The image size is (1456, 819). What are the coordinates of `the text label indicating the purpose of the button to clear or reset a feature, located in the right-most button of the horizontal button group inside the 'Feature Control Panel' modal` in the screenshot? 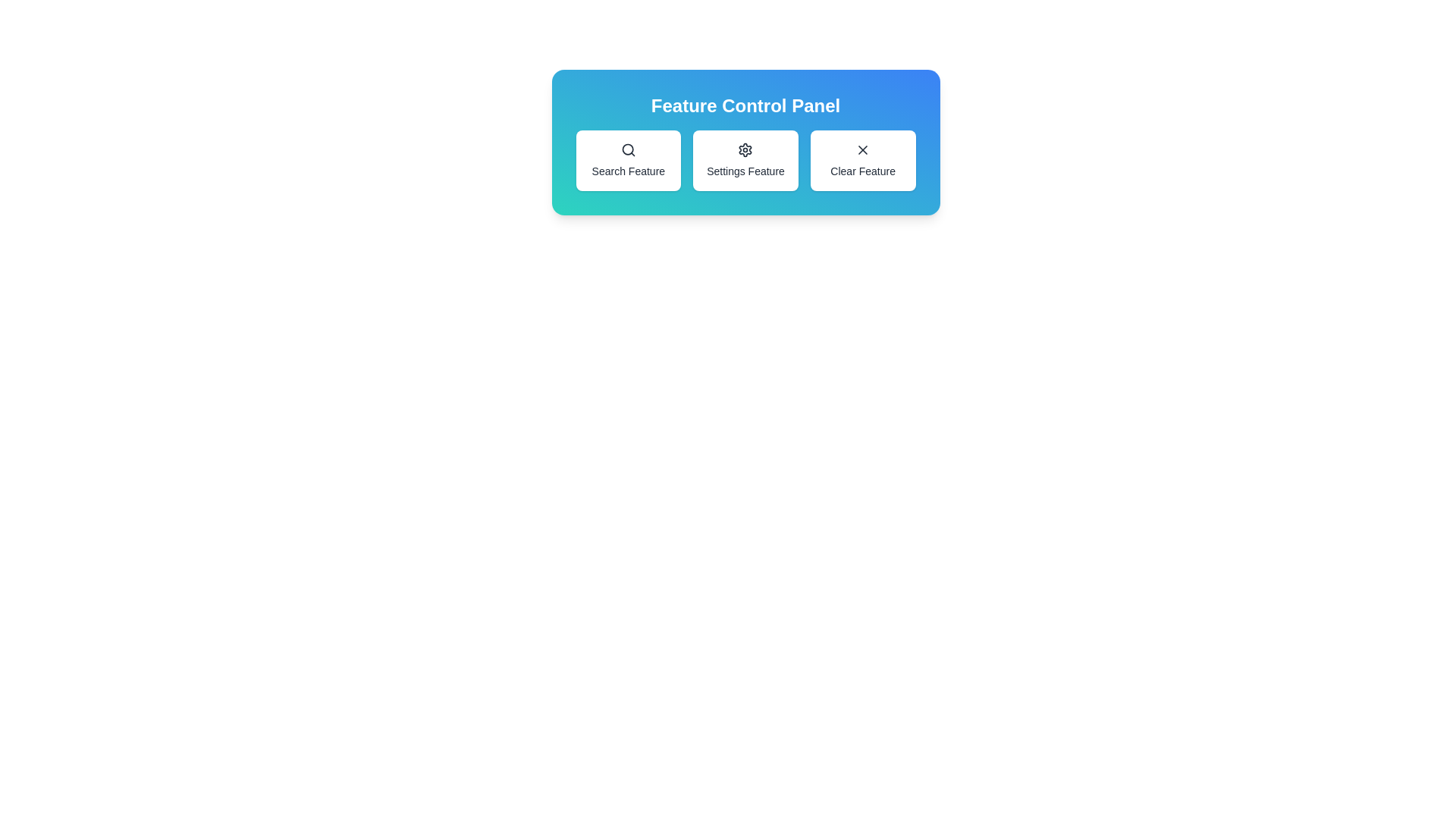 It's located at (863, 171).